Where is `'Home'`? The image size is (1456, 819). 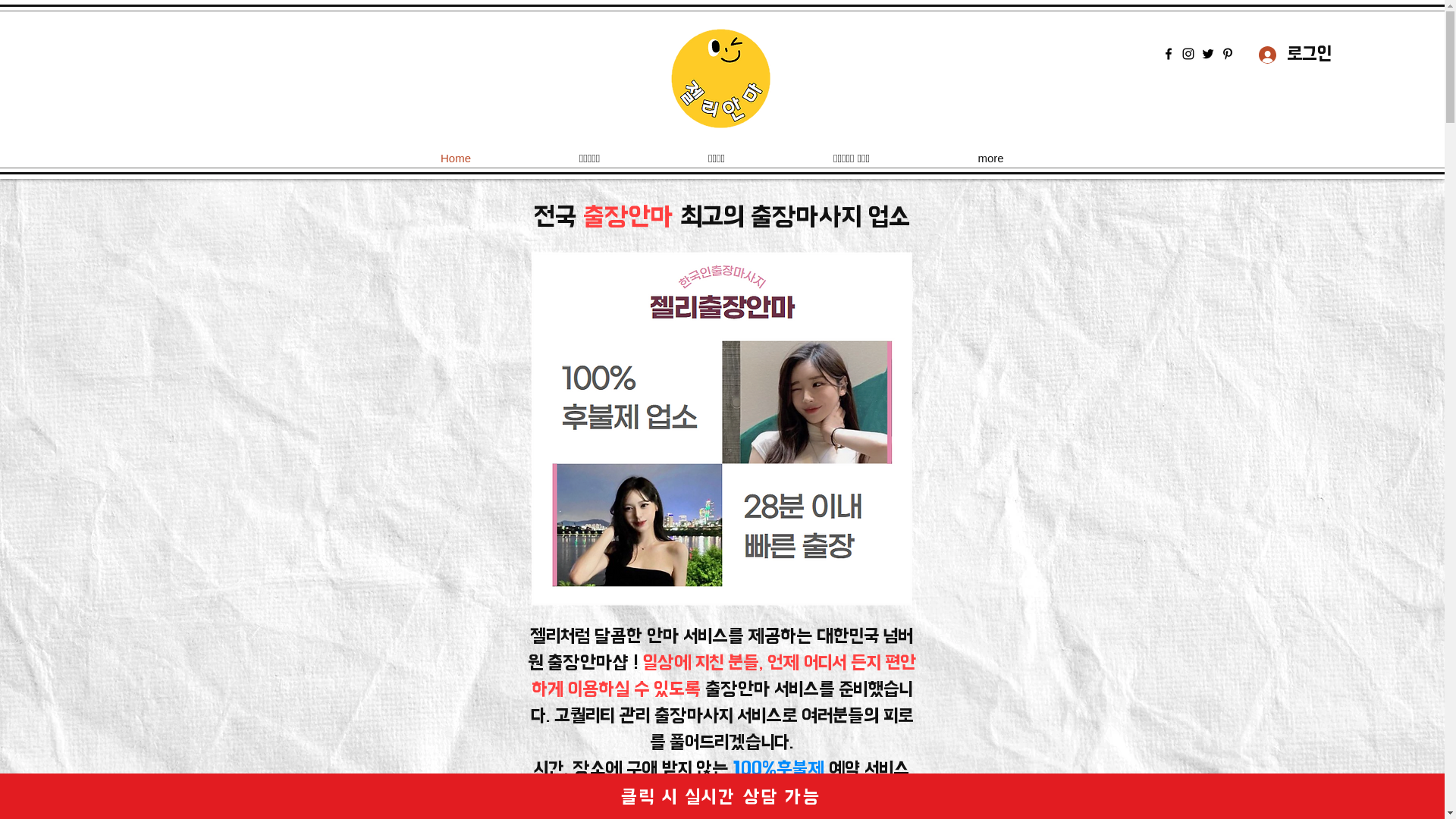 'Home' is located at coordinates (455, 158).